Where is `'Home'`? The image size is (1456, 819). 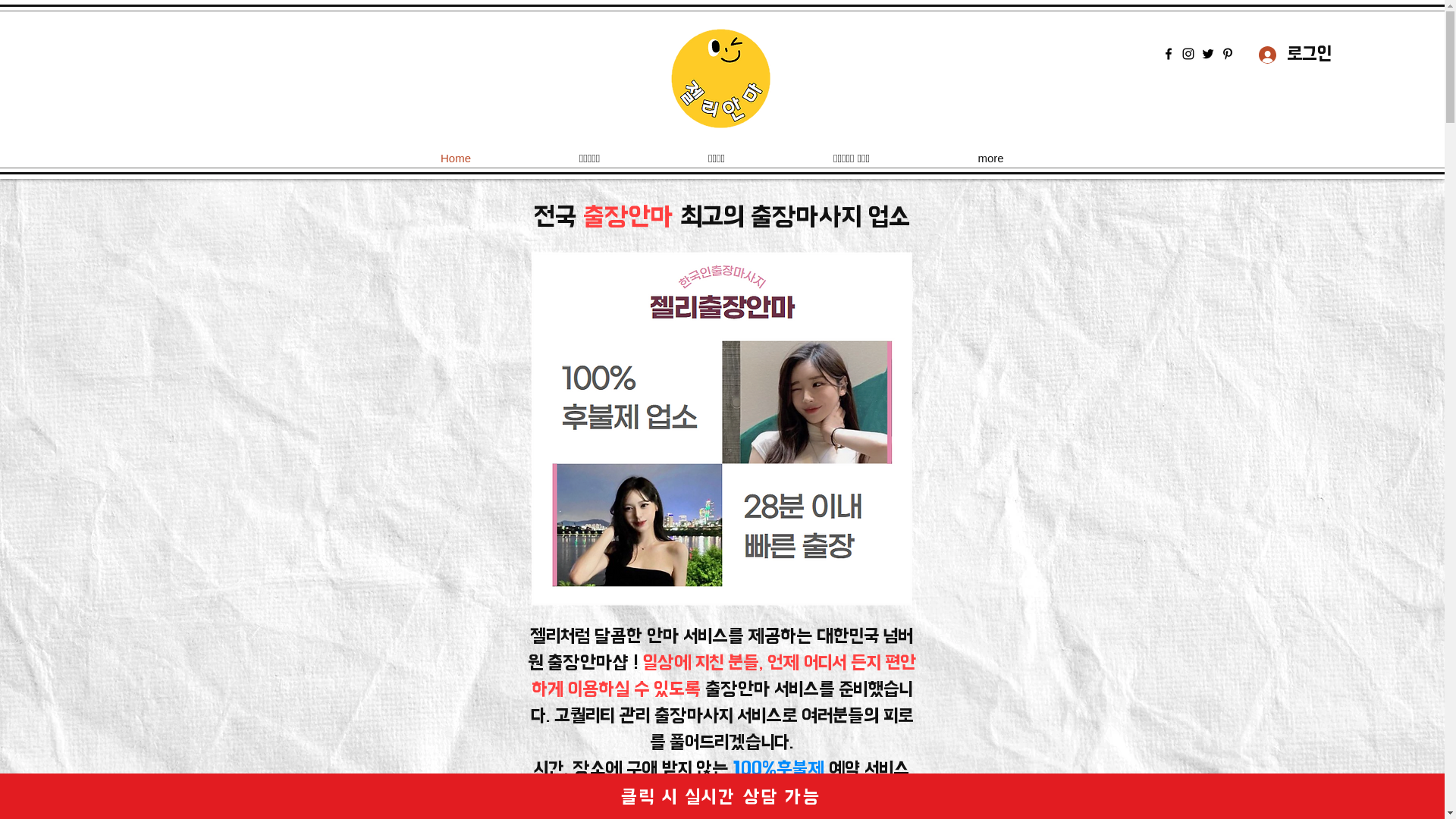 'Home' is located at coordinates (455, 158).